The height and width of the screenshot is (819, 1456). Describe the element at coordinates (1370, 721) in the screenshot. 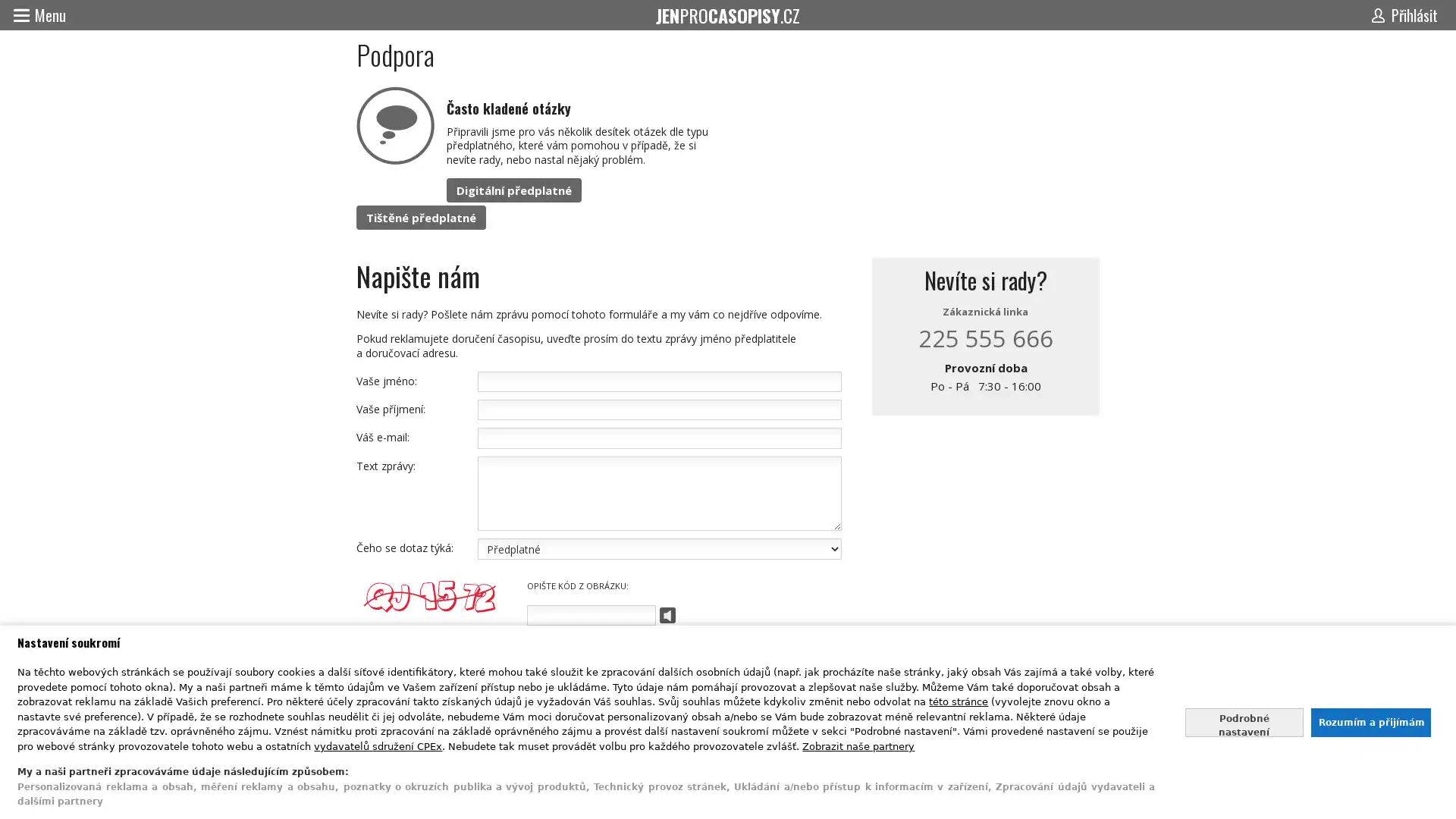

I see `Souhlasit s nasim zpracovanim udaju a zavrit` at that location.